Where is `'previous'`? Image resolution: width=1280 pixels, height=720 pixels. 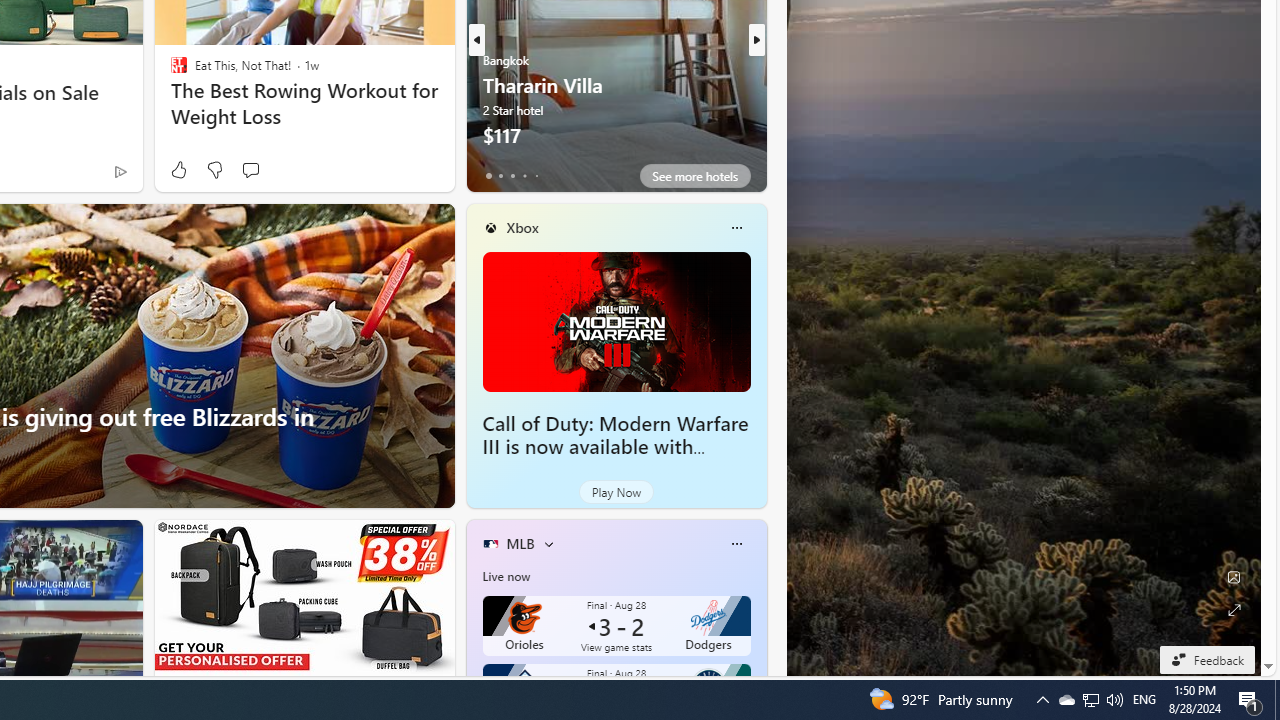 'previous' is located at coordinates (475, 39).